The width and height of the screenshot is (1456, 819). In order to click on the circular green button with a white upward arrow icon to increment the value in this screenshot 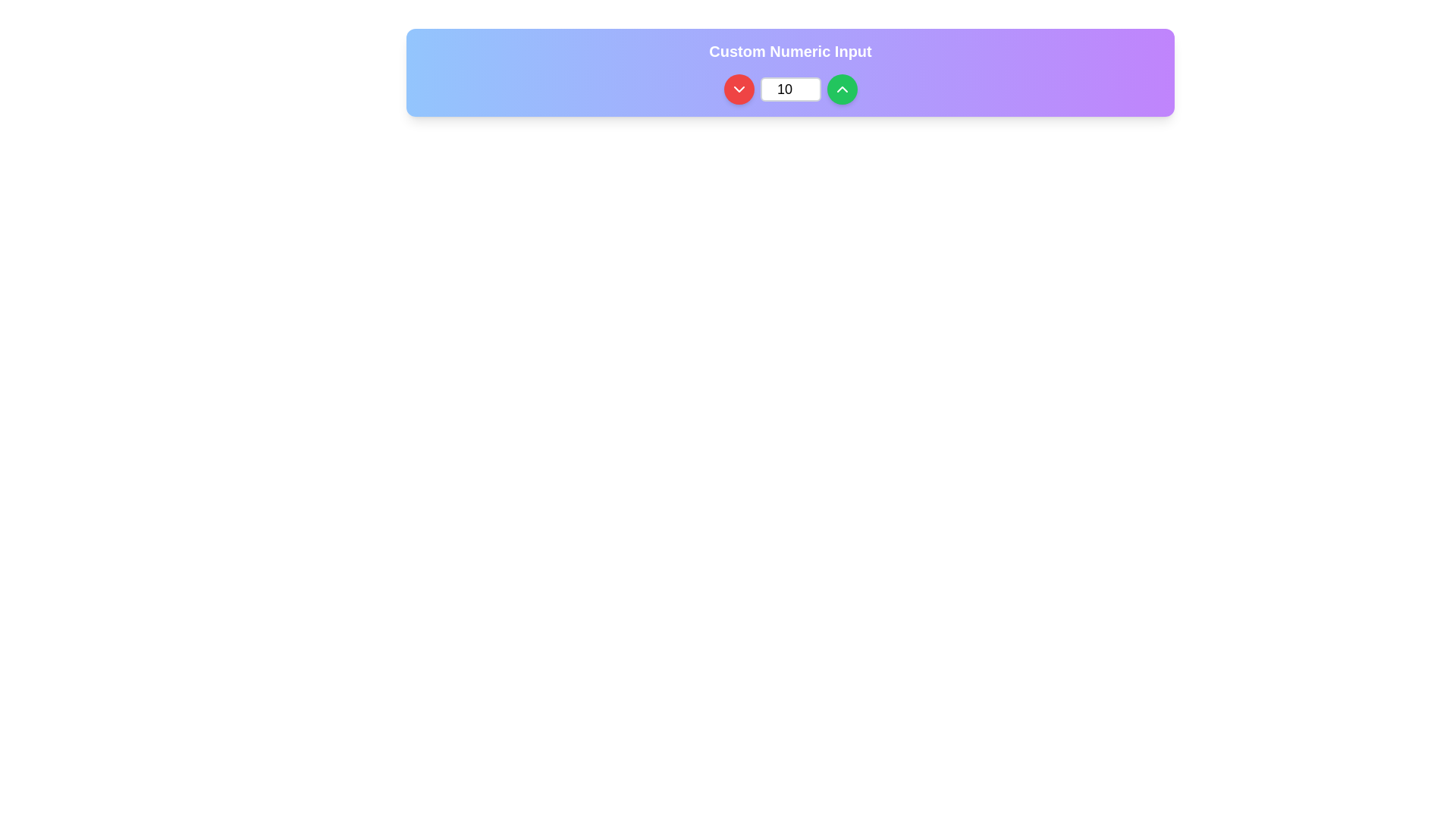, I will do `click(841, 89)`.